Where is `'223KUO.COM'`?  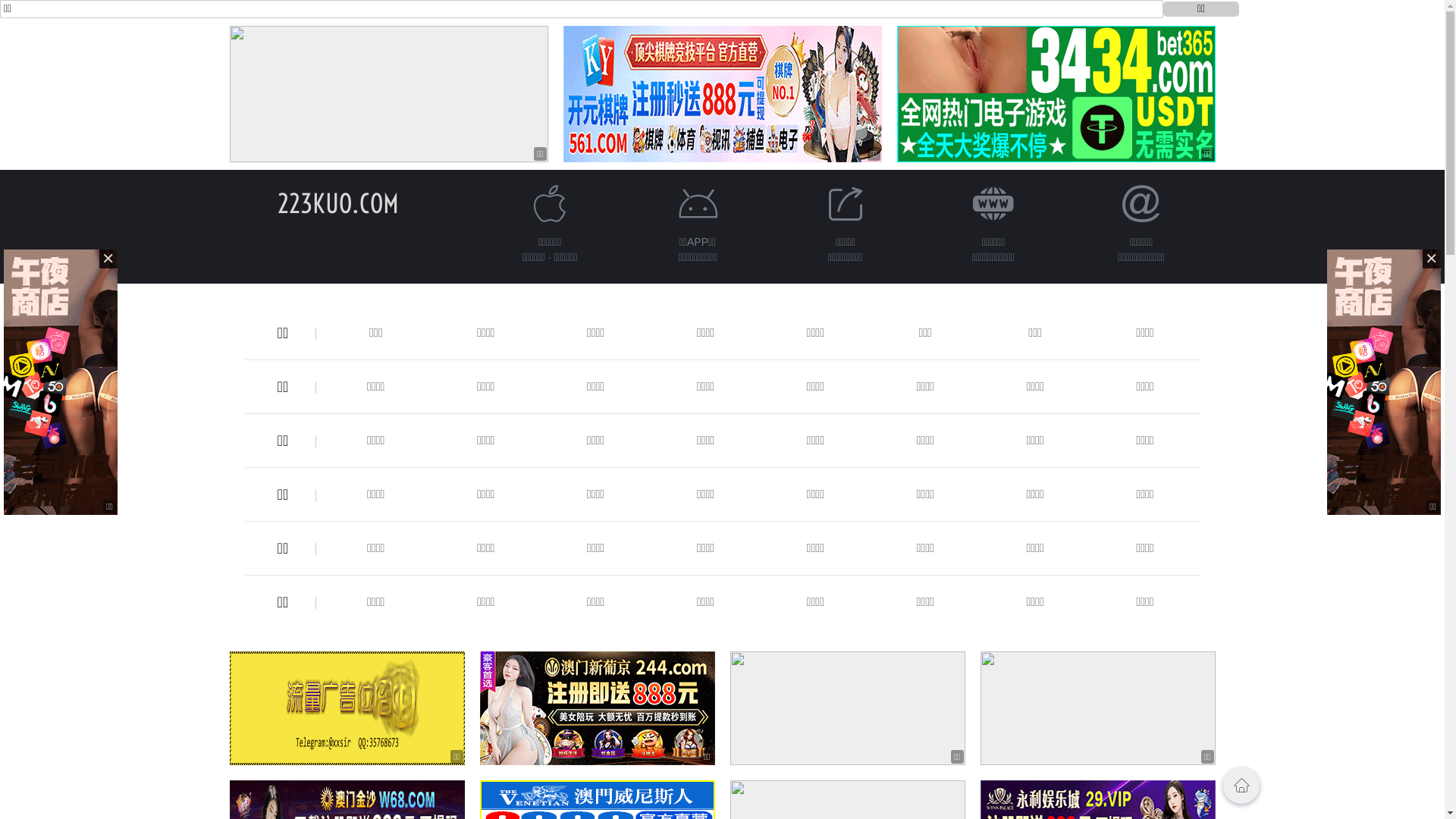
'223KUO.COM' is located at coordinates (337, 202).